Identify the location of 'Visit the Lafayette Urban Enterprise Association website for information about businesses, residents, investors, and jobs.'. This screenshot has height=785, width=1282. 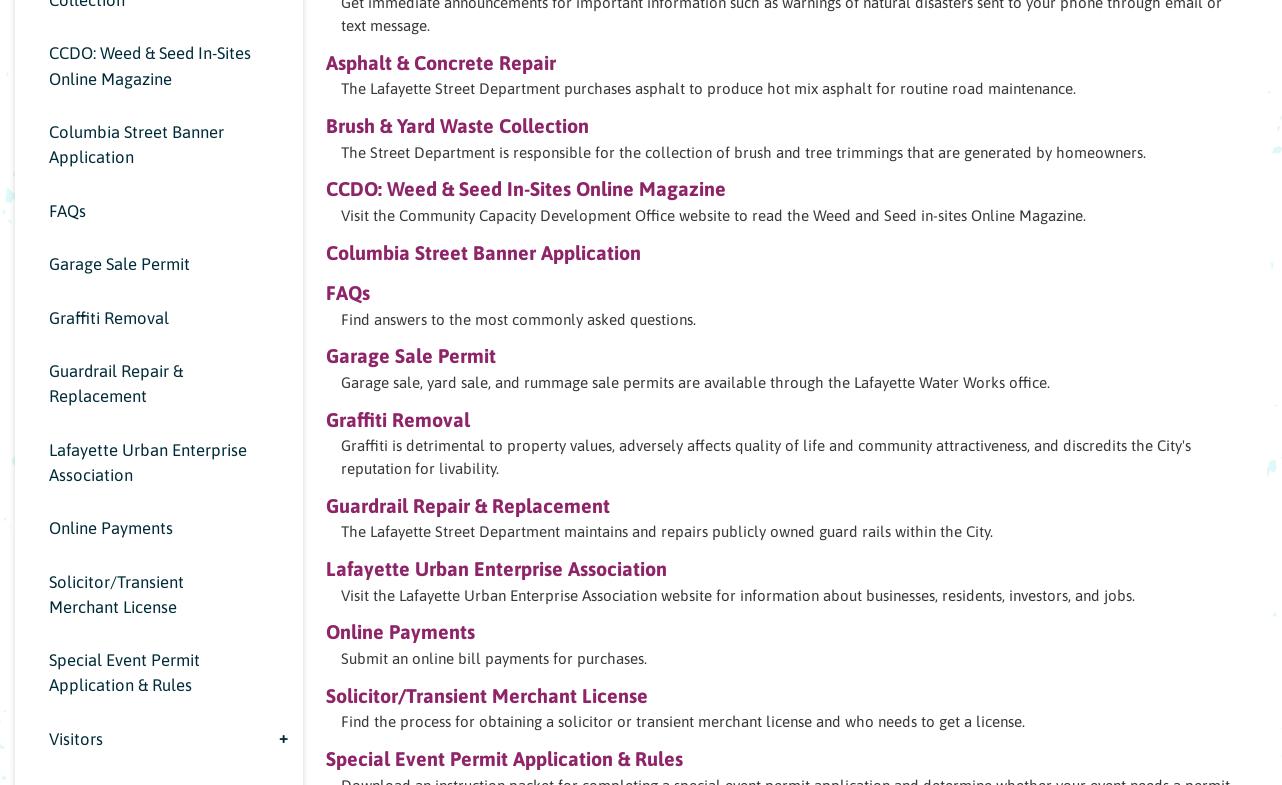
(738, 594).